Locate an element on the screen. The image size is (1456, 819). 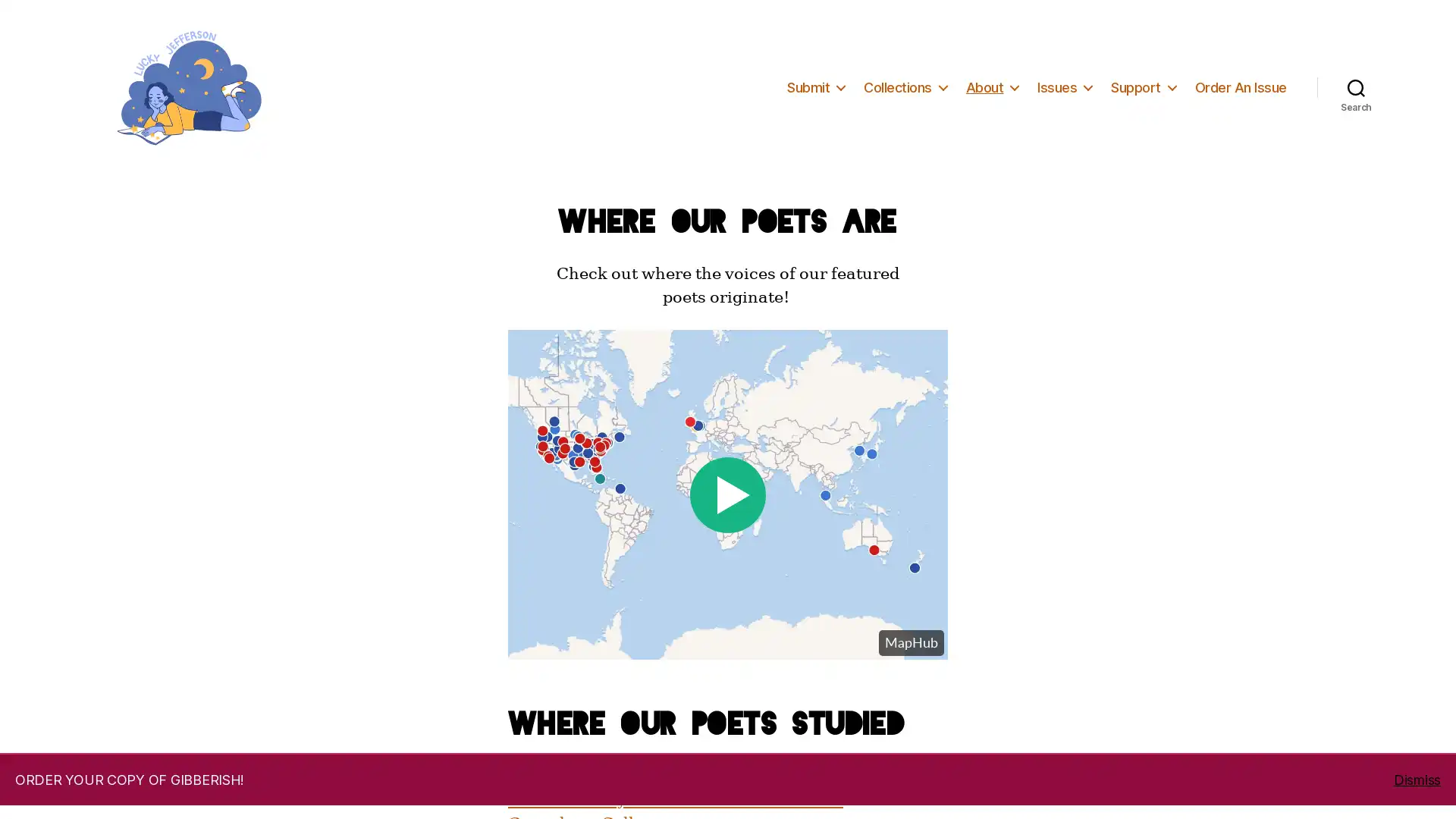
Search is located at coordinates (1356, 87).